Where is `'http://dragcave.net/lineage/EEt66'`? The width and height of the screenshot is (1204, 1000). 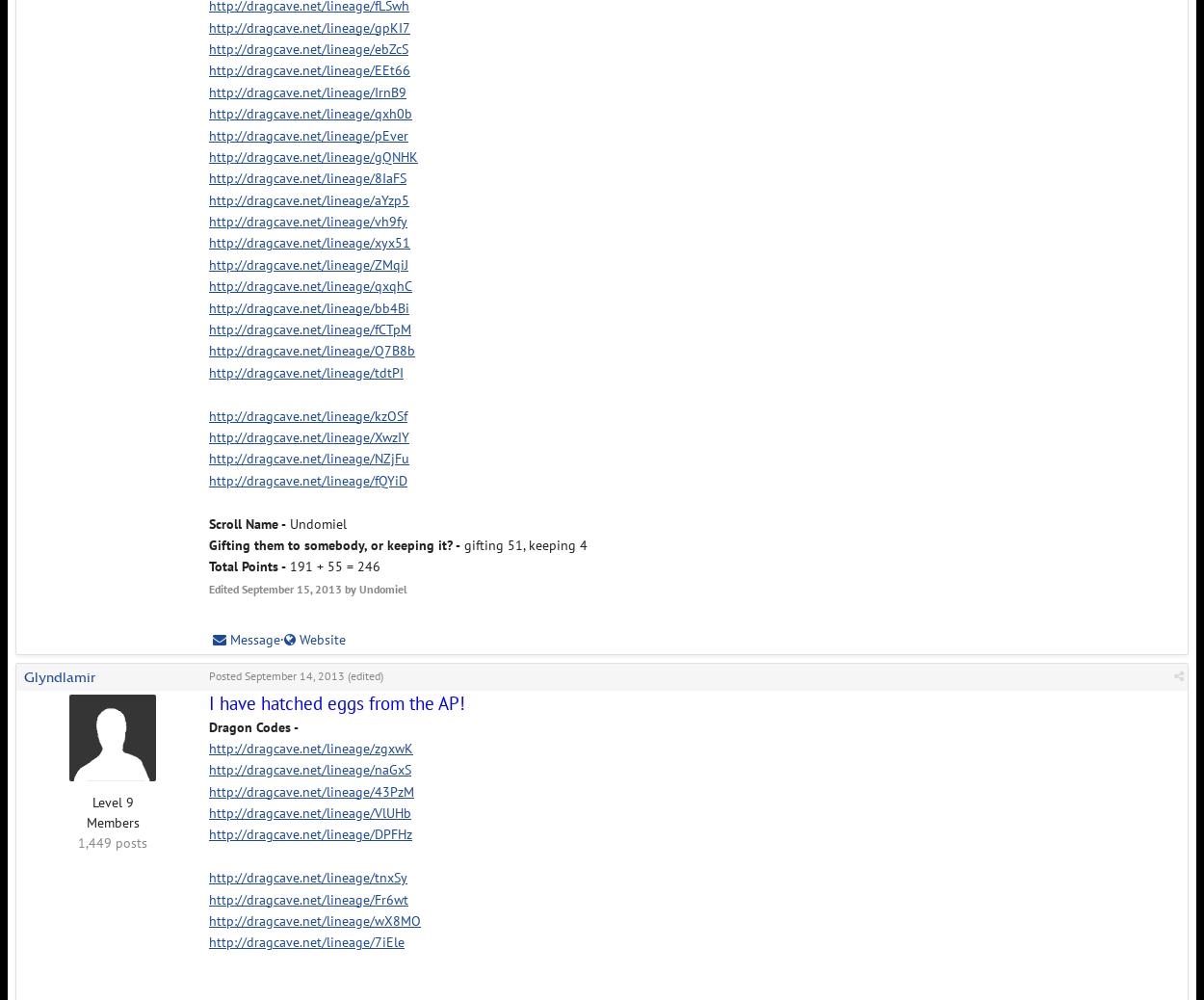
'http://dragcave.net/lineage/EEt66' is located at coordinates (308, 68).